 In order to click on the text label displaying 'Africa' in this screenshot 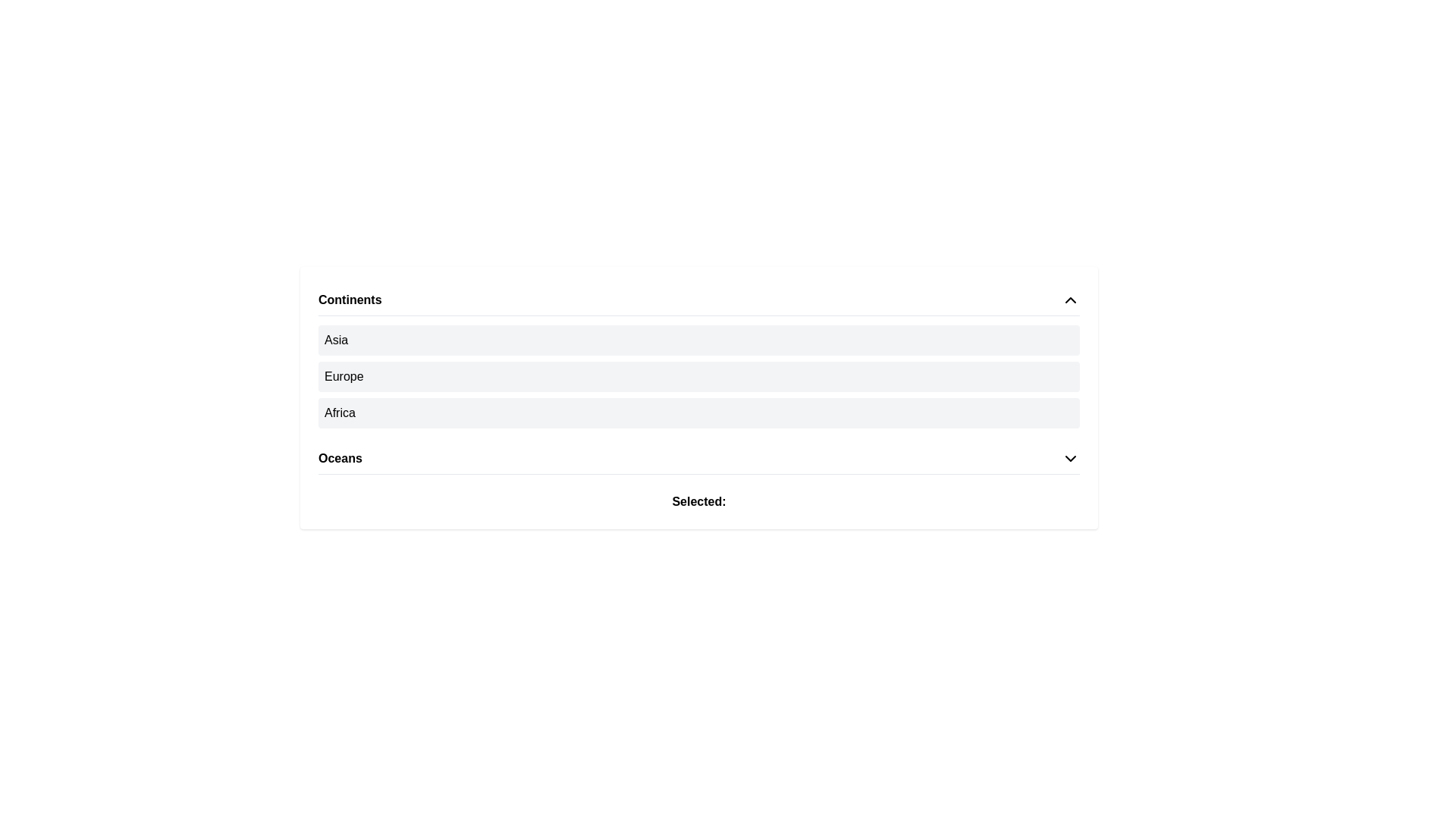, I will do `click(339, 413)`.